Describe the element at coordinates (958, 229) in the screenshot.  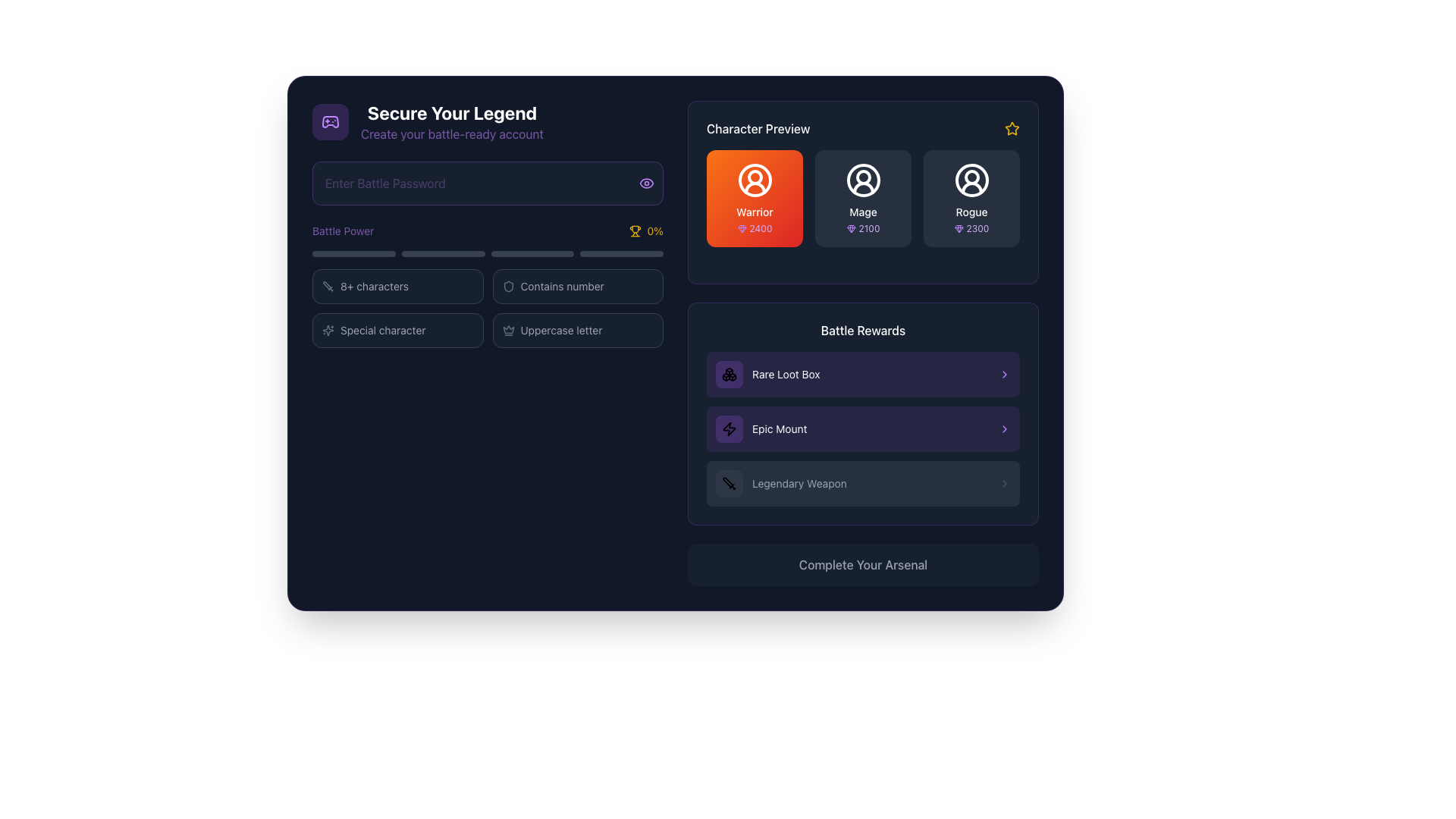
I see `the small purple gem-shaped vector graphic located adjacent to the star icon in the Character Preview section` at that location.